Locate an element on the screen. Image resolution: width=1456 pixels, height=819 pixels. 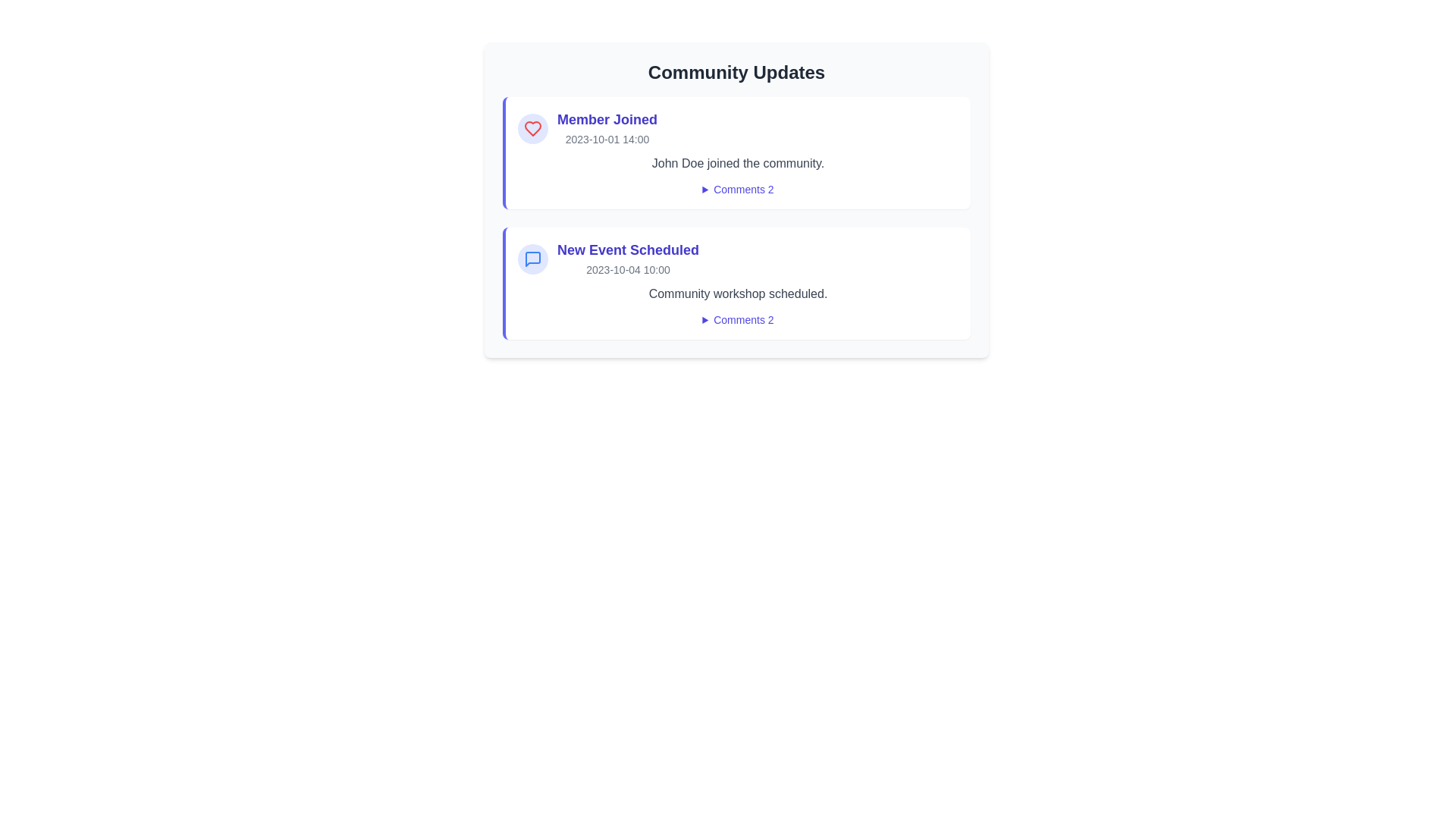
the message or comment icon located to the left of the title text in the 'New Event Scheduled' list item is located at coordinates (532, 259).